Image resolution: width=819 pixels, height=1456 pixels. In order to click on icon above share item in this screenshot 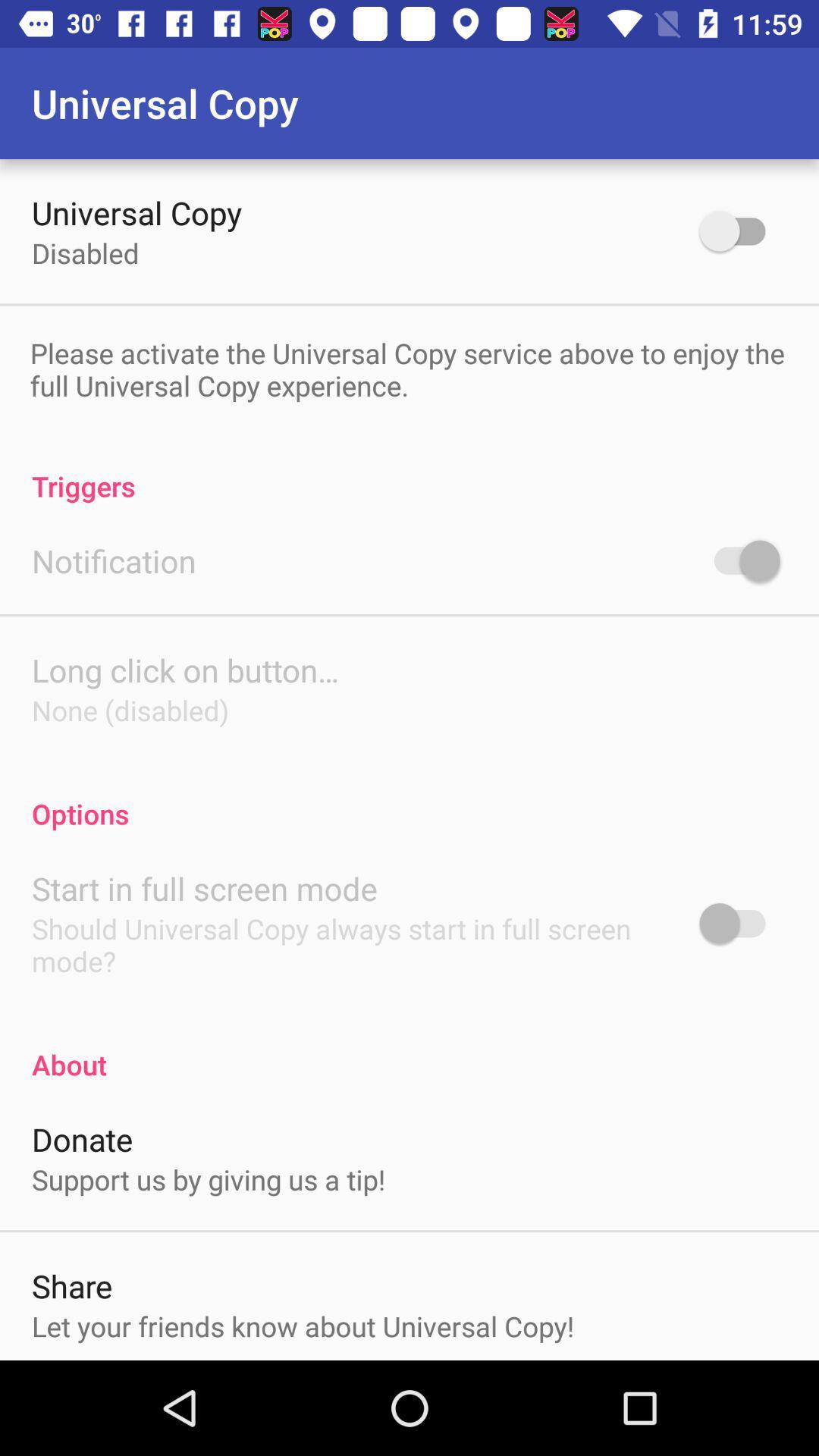, I will do `click(209, 1178)`.